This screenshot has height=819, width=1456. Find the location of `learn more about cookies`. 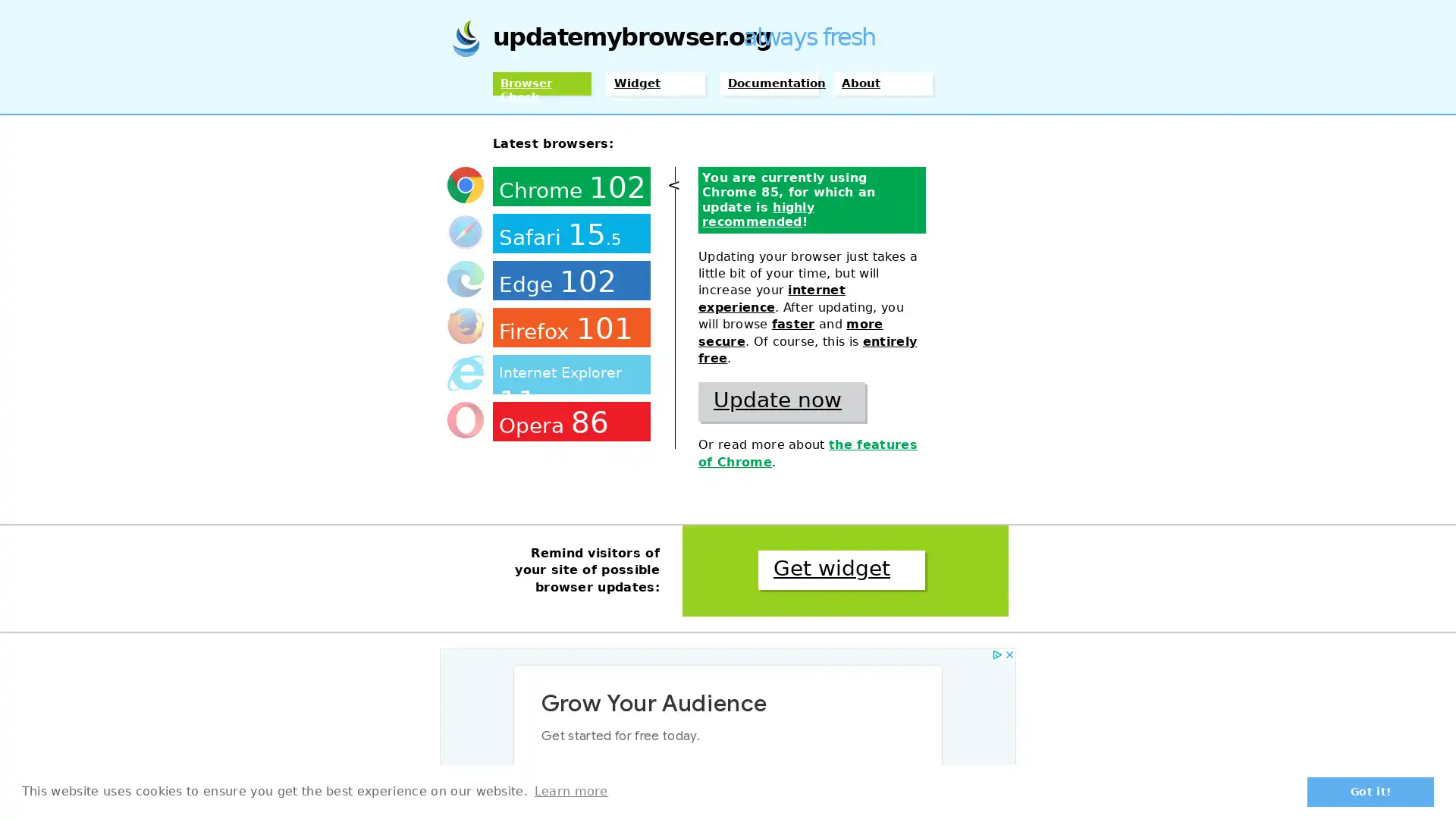

learn more about cookies is located at coordinates (570, 791).